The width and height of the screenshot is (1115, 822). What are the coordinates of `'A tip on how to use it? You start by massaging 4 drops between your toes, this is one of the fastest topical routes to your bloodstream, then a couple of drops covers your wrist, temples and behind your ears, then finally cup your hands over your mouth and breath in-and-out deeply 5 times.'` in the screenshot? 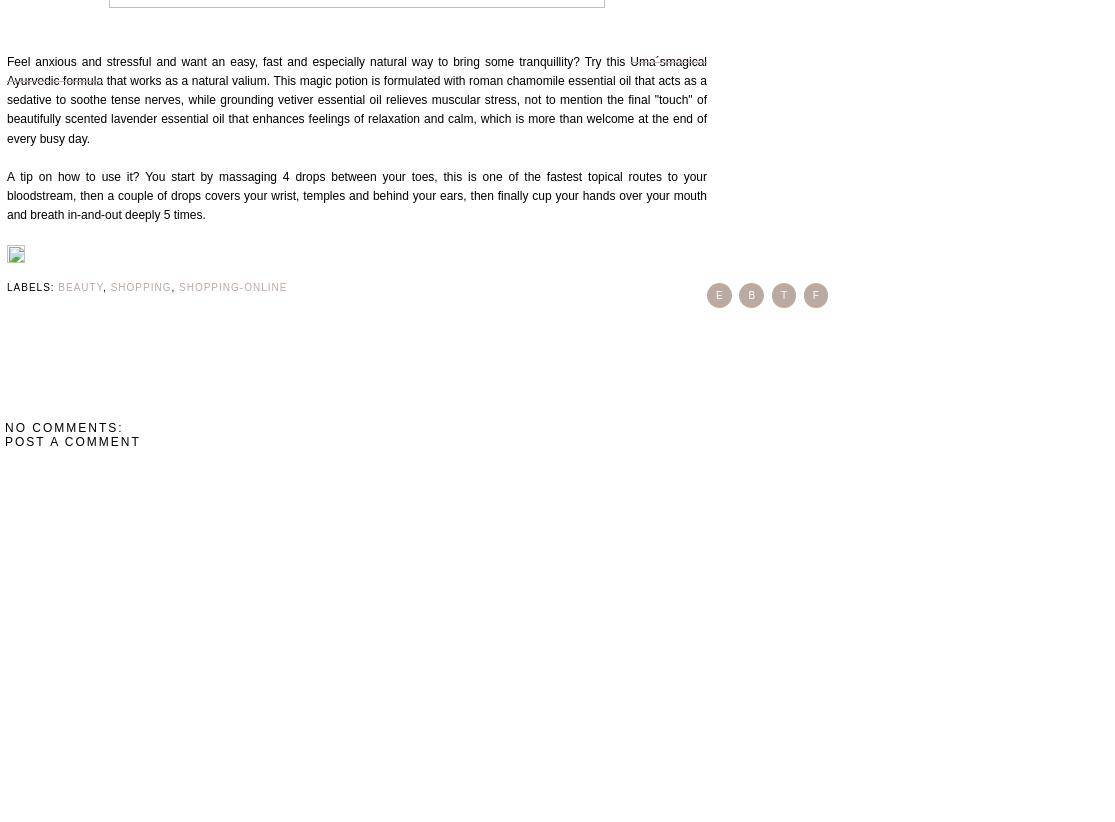 It's located at (356, 194).